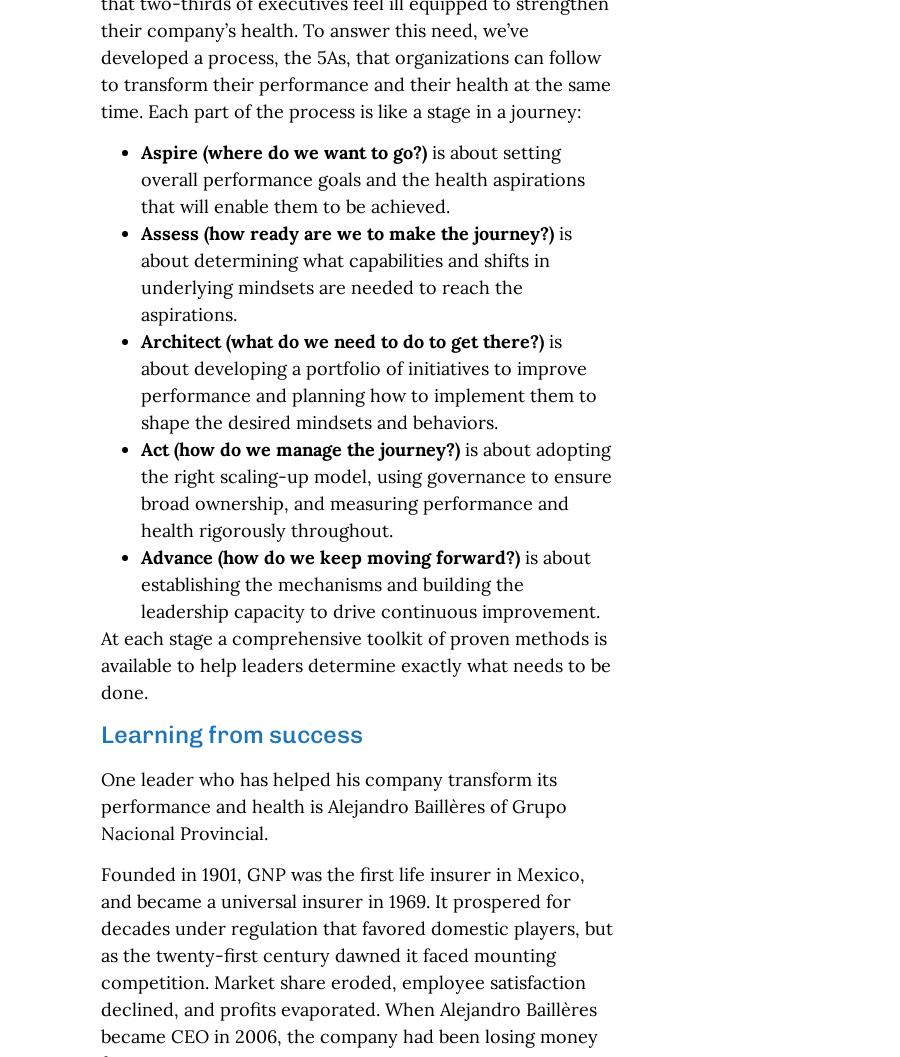 Image resolution: width=900 pixels, height=1057 pixels. I want to click on 'is about establishing the mechanisms and building the leadership capacity to drive continuous improvement.', so click(369, 583).